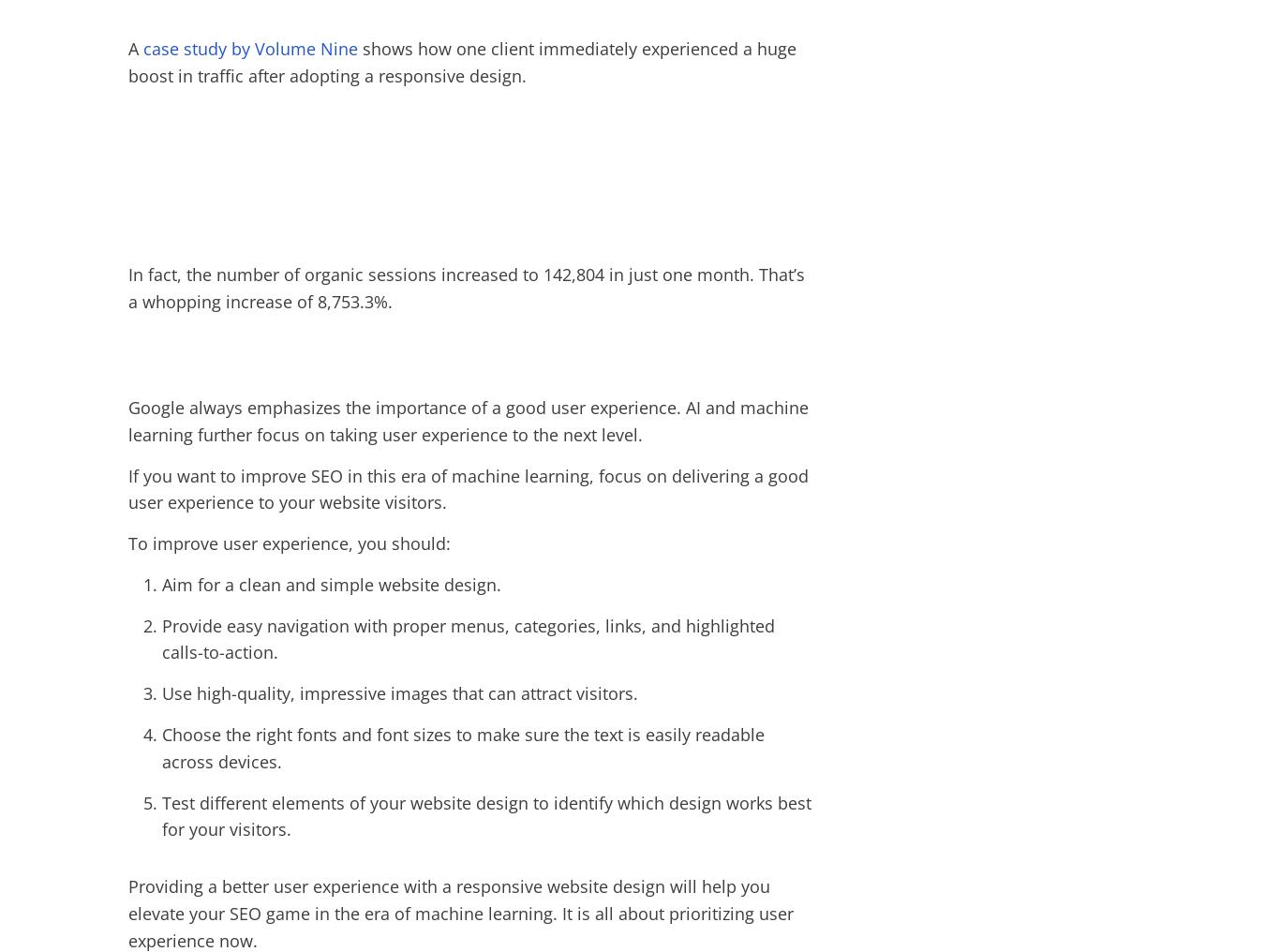 The width and height of the screenshot is (1280, 952). Describe the element at coordinates (160, 637) in the screenshot. I see `'Provide easy navigation with proper menus, categories, links, and highlighted calls-to-action.'` at that location.